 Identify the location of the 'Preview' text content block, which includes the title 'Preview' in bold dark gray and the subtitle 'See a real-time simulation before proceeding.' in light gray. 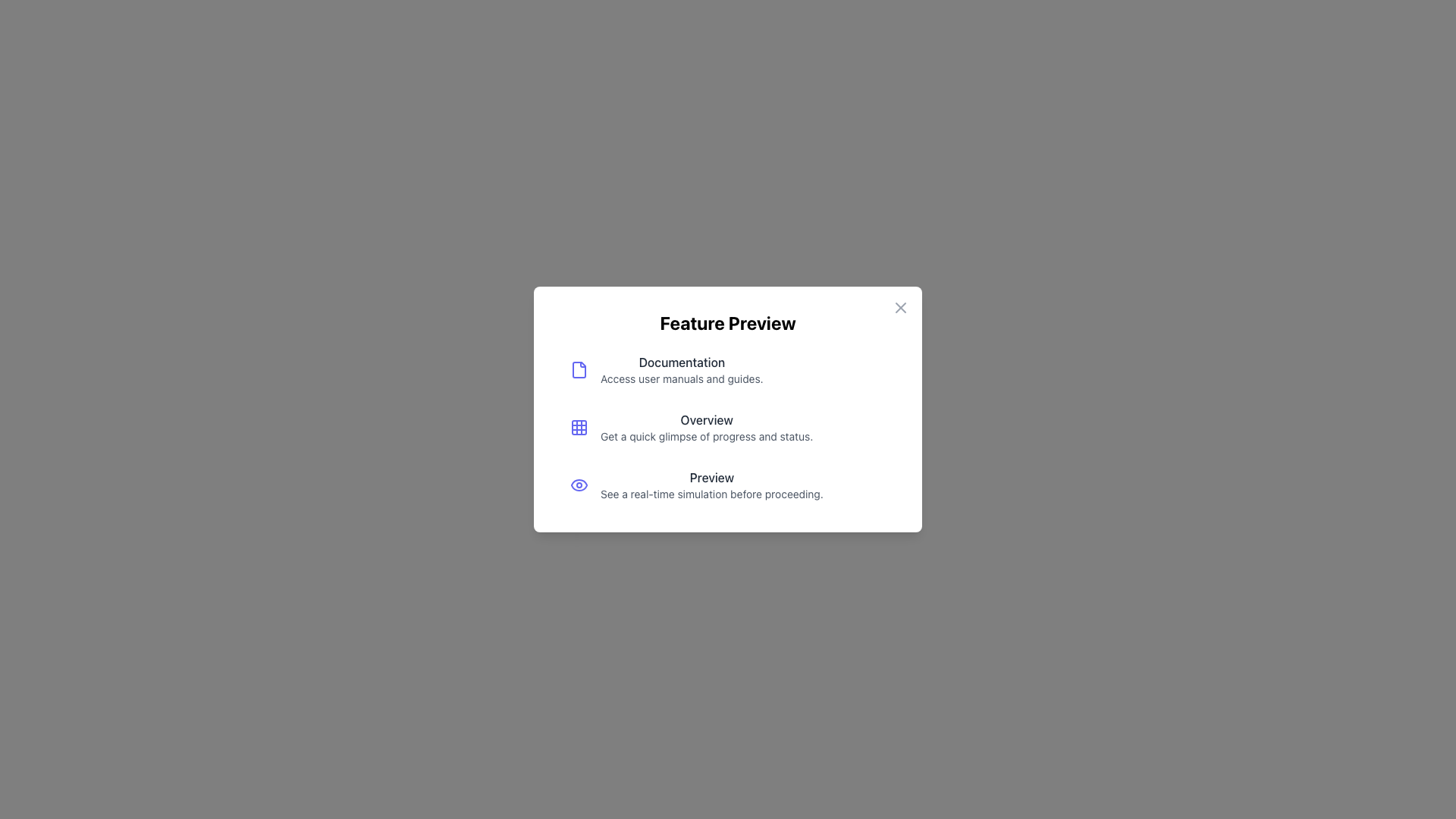
(711, 485).